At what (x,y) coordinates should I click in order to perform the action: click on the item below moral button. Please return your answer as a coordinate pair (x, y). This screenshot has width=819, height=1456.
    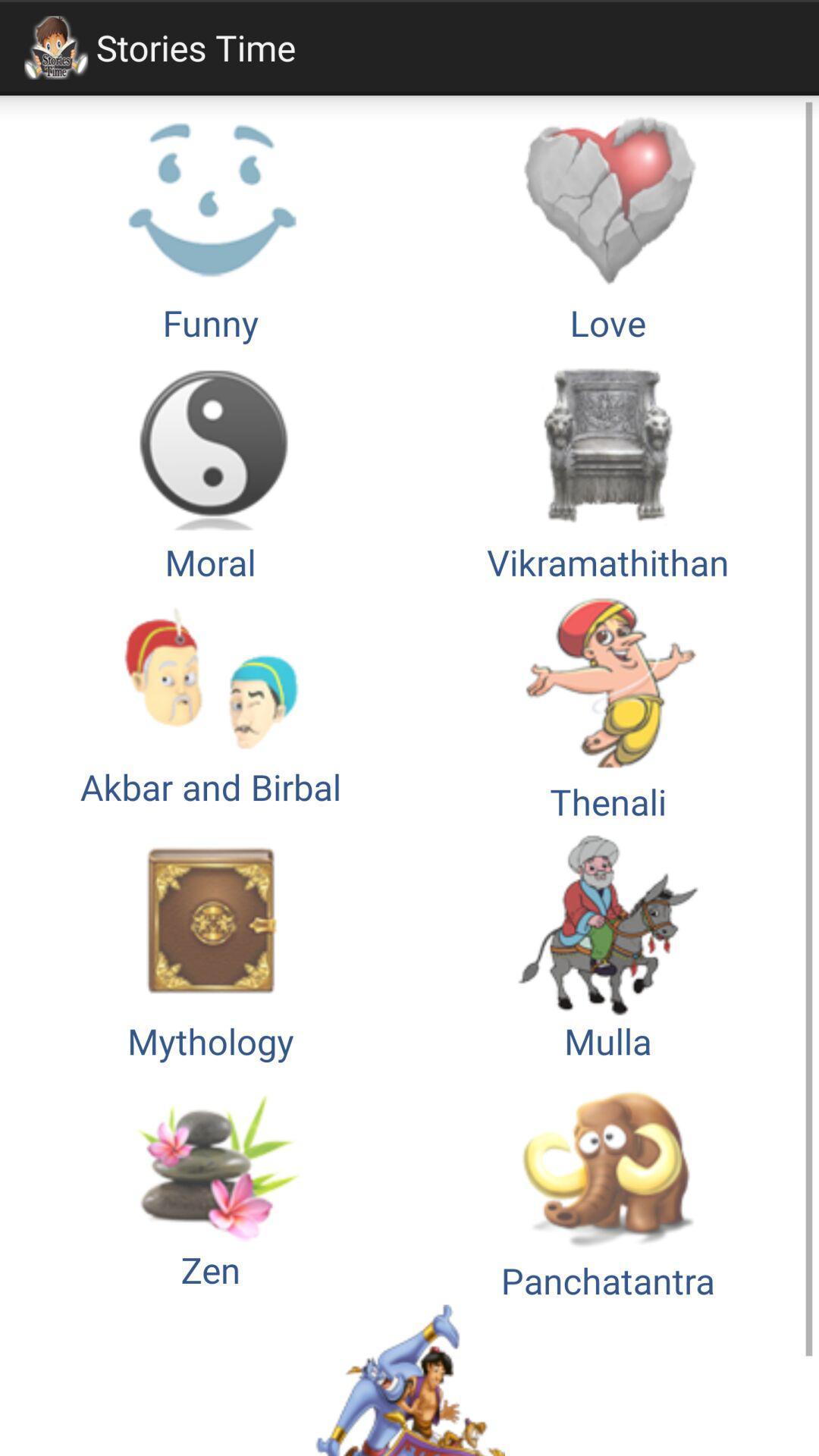
    Looking at the image, I should click on (210, 705).